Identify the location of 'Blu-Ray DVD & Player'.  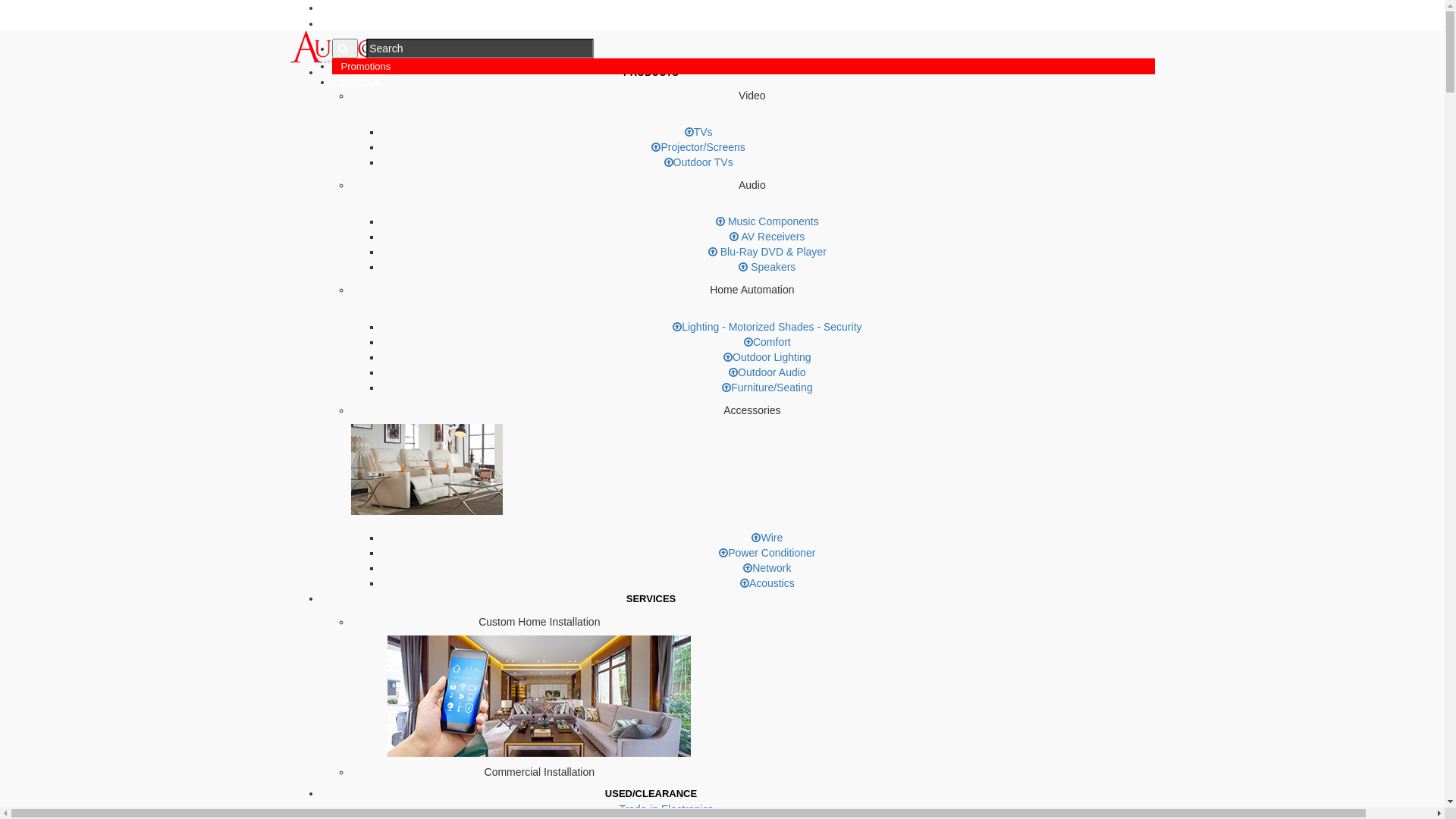
(767, 250).